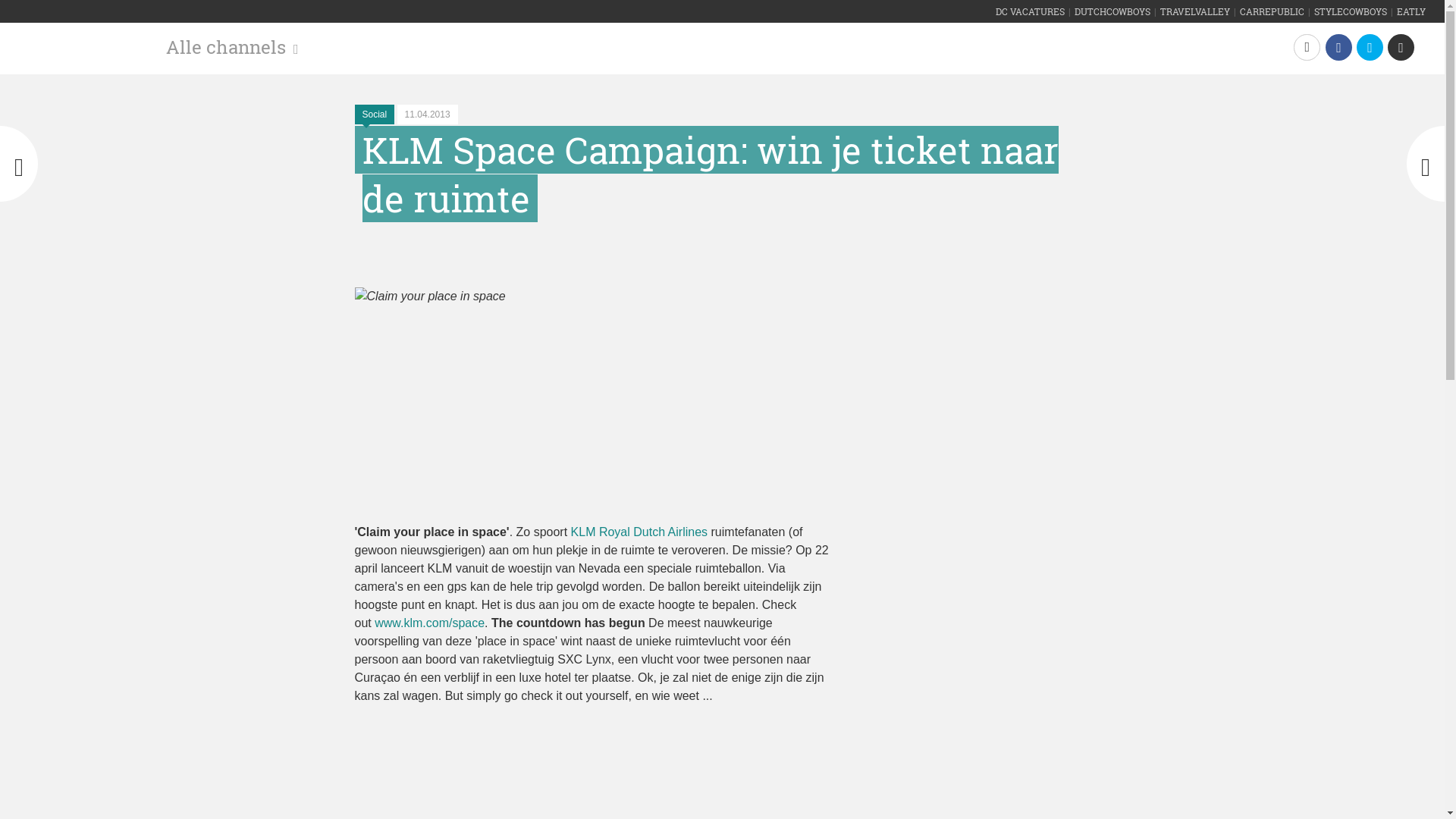  What do you see at coordinates (639, 531) in the screenshot?
I see `'KLM Royal Dutch Airlines'` at bounding box center [639, 531].